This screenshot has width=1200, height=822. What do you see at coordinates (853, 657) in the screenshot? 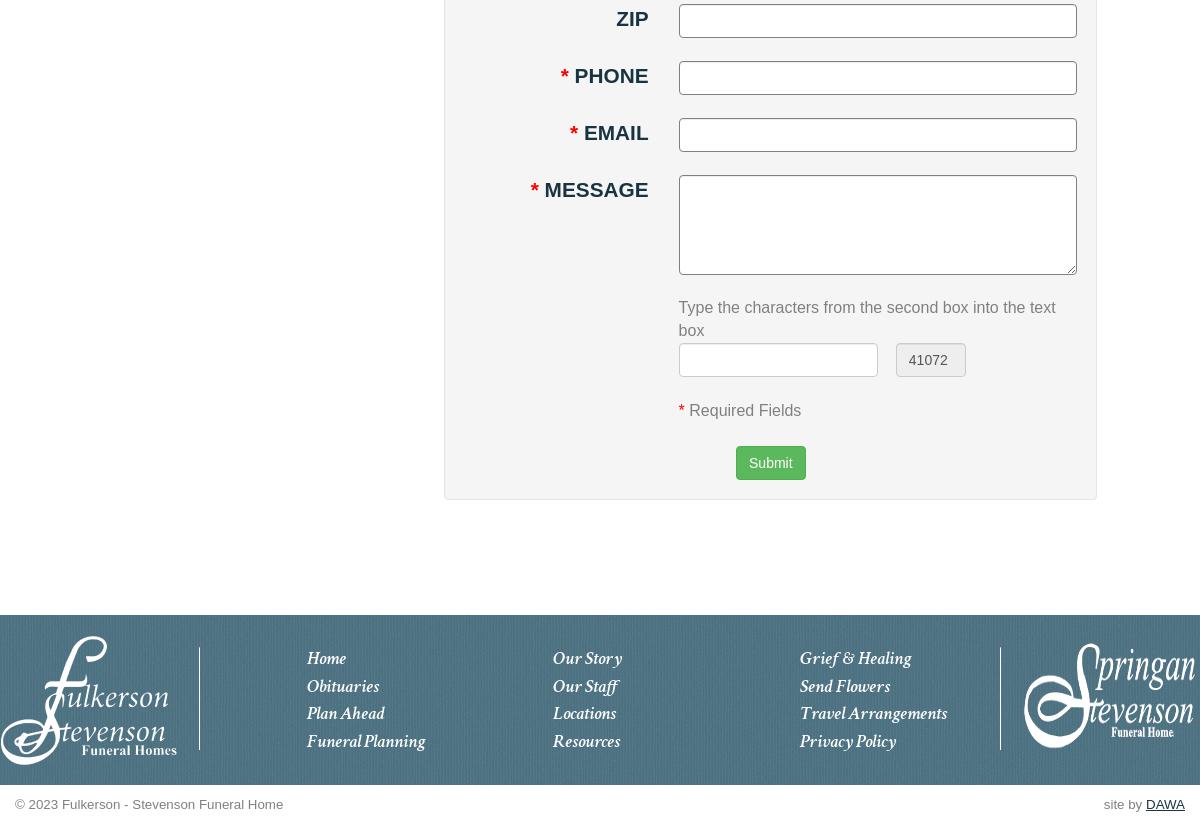
I see `'Grief & Healing'` at bounding box center [853, 657].